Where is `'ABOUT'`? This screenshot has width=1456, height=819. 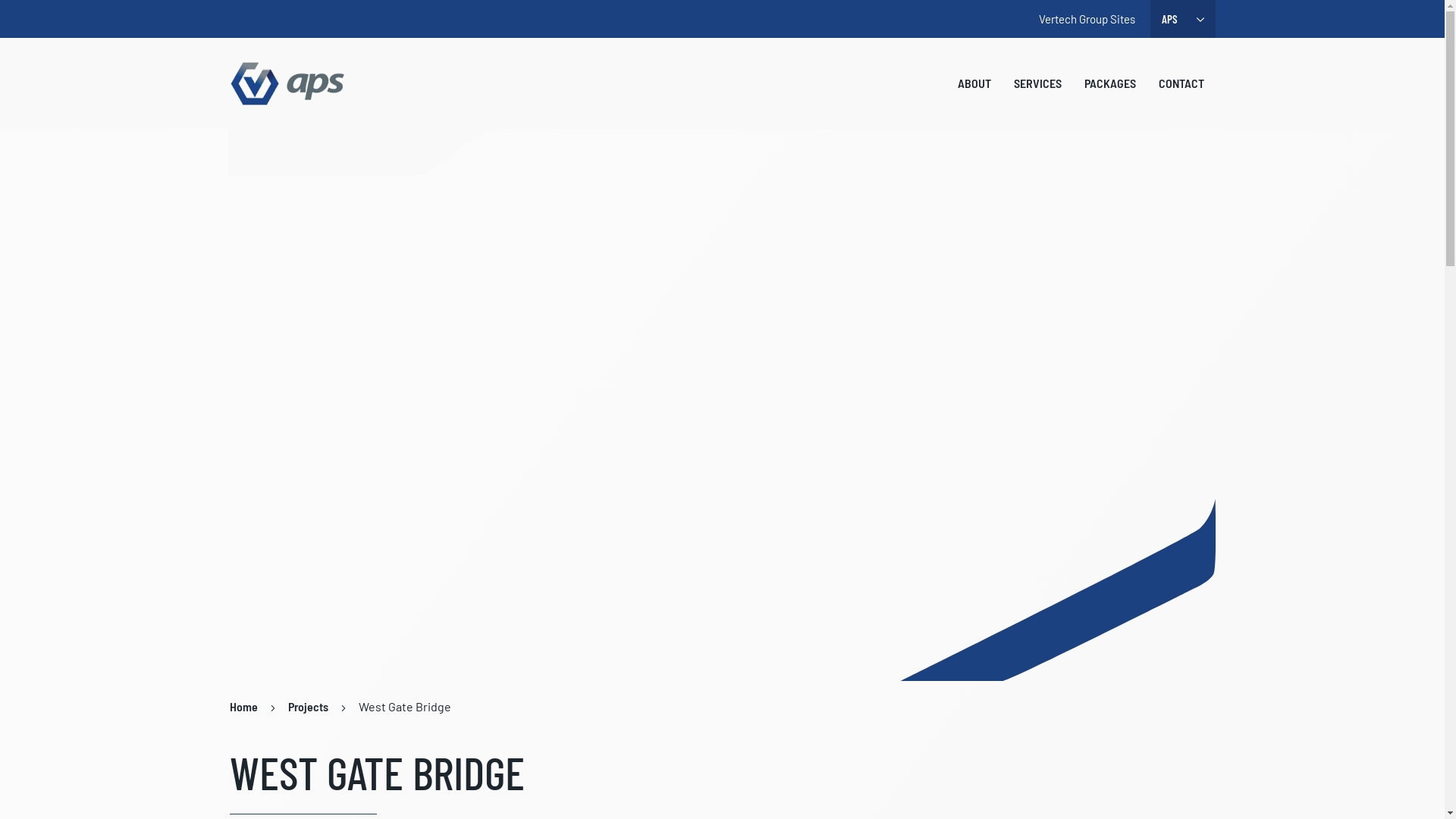 'ABOUT' is located at coordinates (946, 83).